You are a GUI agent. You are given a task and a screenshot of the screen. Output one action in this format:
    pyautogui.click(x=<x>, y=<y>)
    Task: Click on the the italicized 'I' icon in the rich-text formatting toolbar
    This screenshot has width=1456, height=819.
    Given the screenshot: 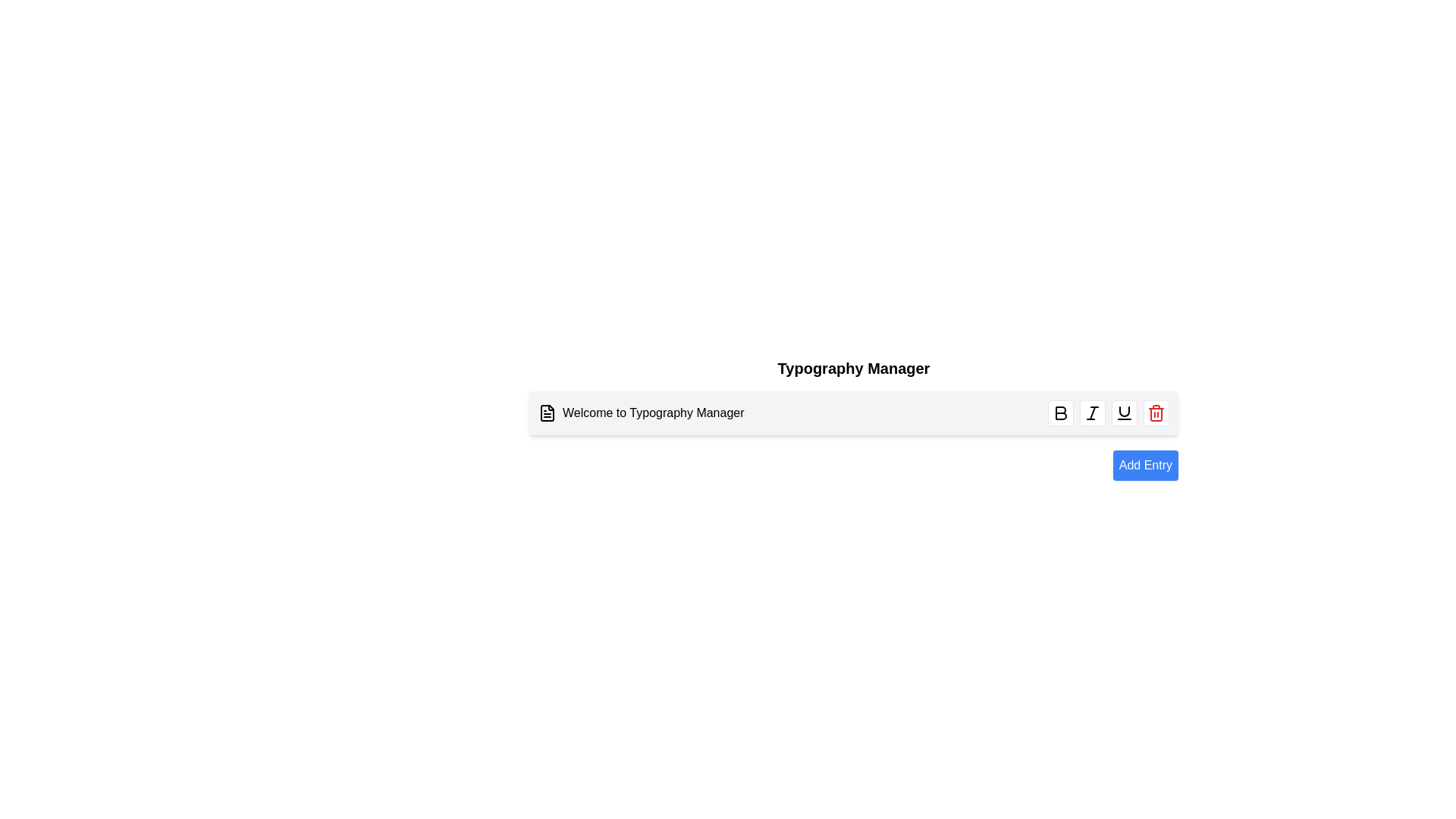 What is the action you would take?
    pyautogui.click(x=1092, y=413)
    